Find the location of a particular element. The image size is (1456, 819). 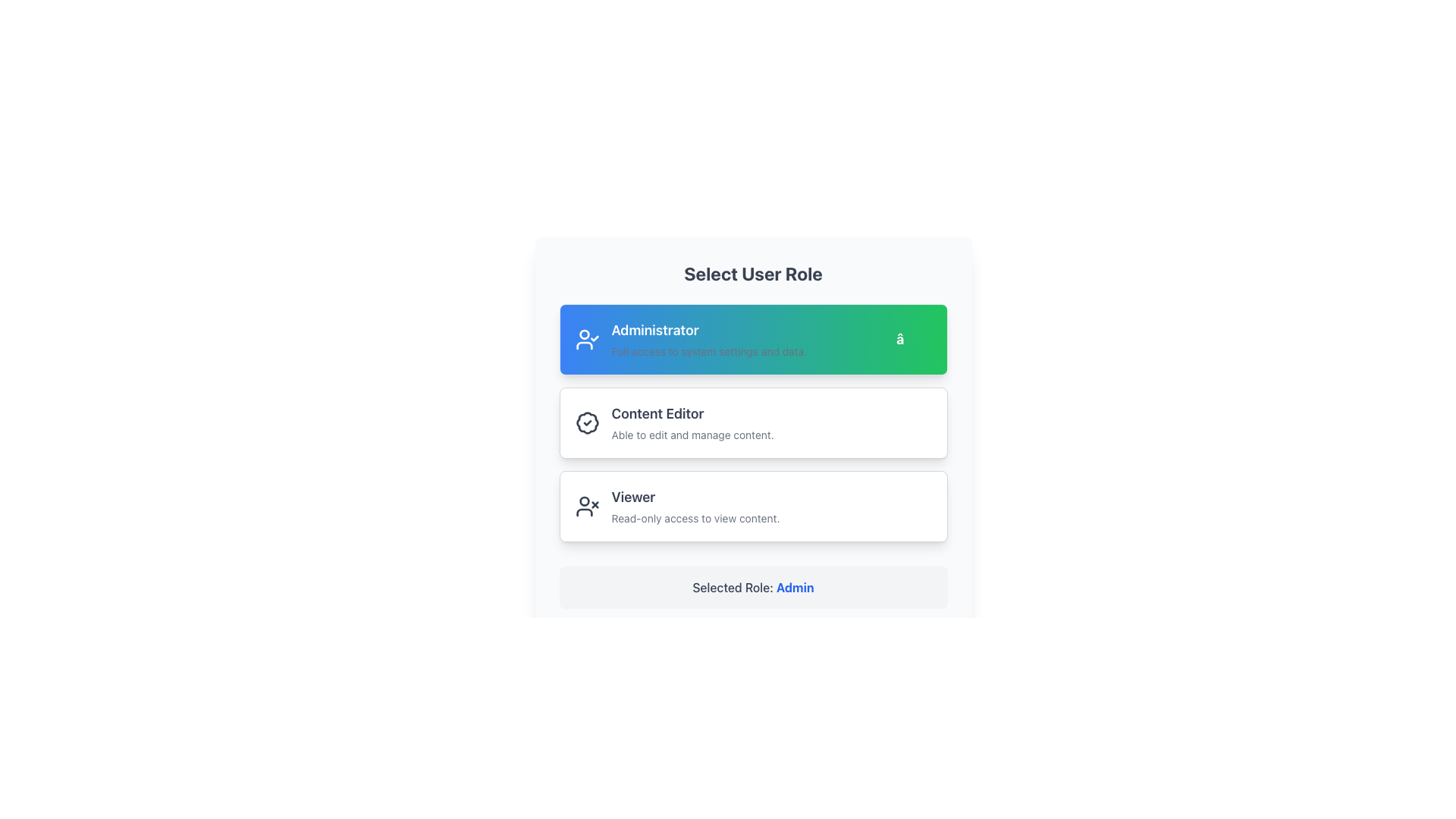

the SVG icon styled as a badge with a checkmark inside, located in the 'Content Editor' section is located at coordinates (586, 423).